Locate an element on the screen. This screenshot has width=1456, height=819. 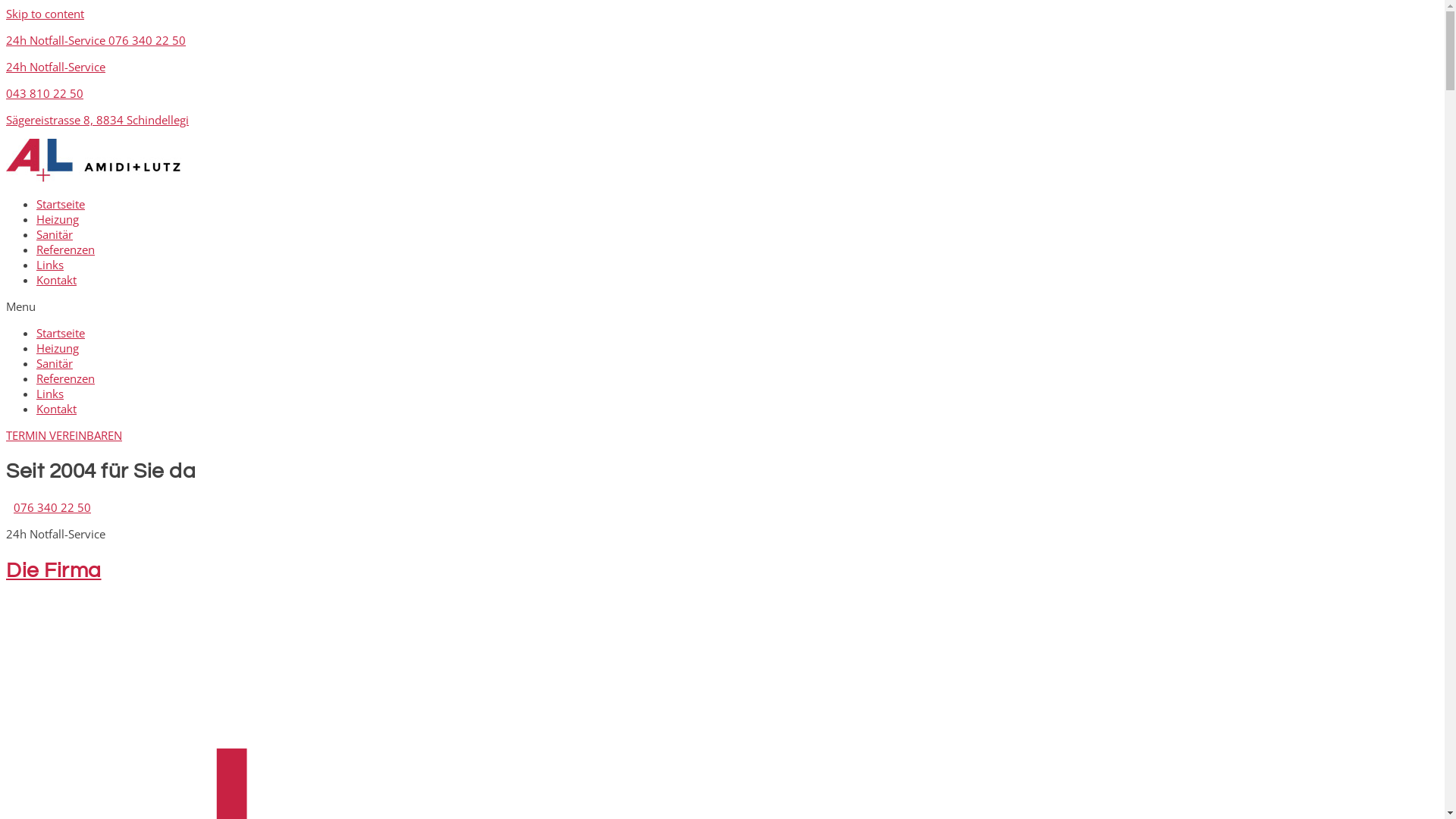
'24h Notfall-Service 076 340 22 50' is located at coordinates (95, 39).